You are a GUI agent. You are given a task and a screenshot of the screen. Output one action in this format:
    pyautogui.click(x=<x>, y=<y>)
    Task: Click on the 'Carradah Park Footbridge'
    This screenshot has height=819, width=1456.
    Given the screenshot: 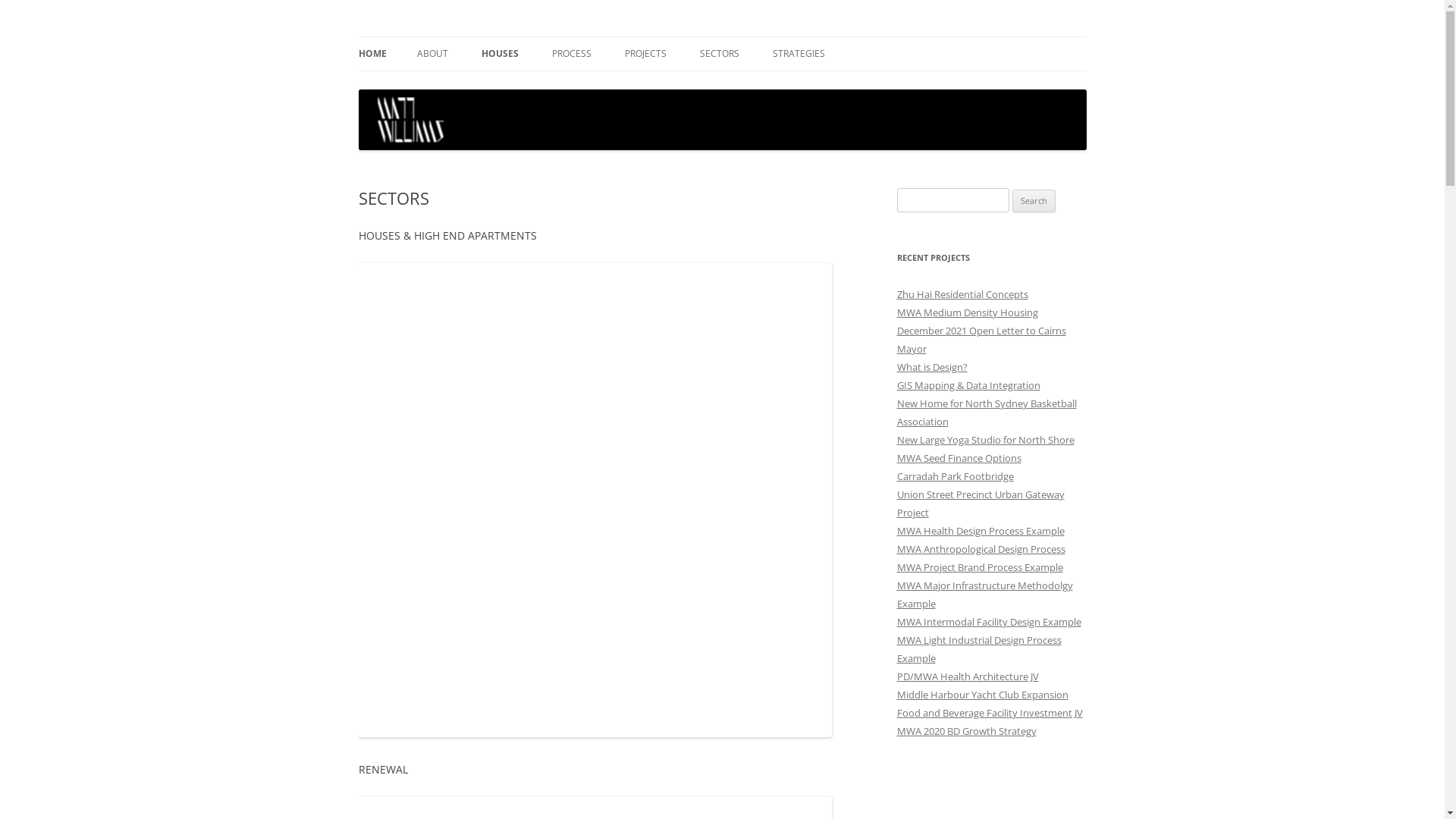 What is the action you would take?
    pyautogui.click(x=953, y=475)
    